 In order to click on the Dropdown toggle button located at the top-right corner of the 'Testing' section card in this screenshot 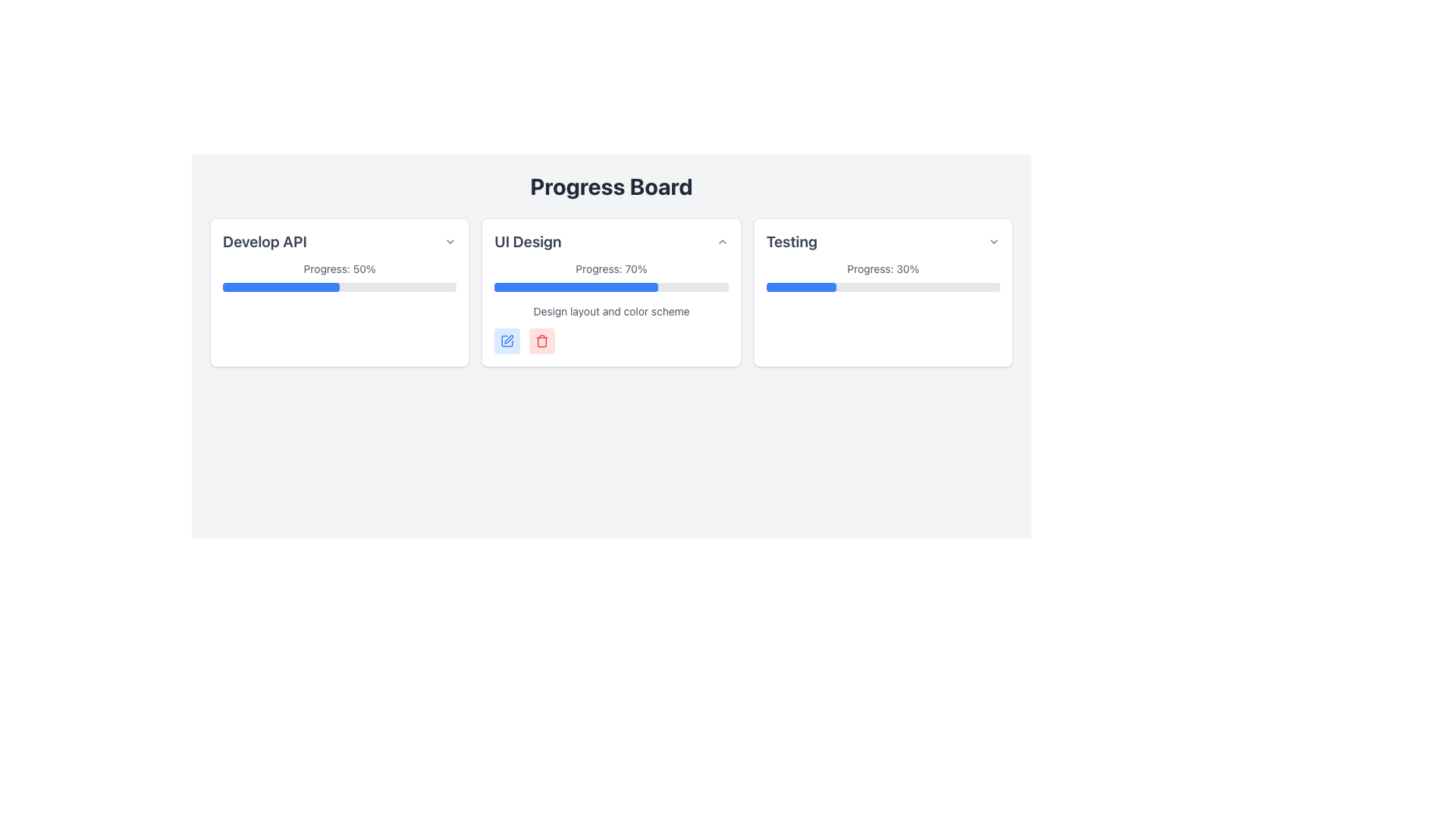, I will do `click(993, 241)`.